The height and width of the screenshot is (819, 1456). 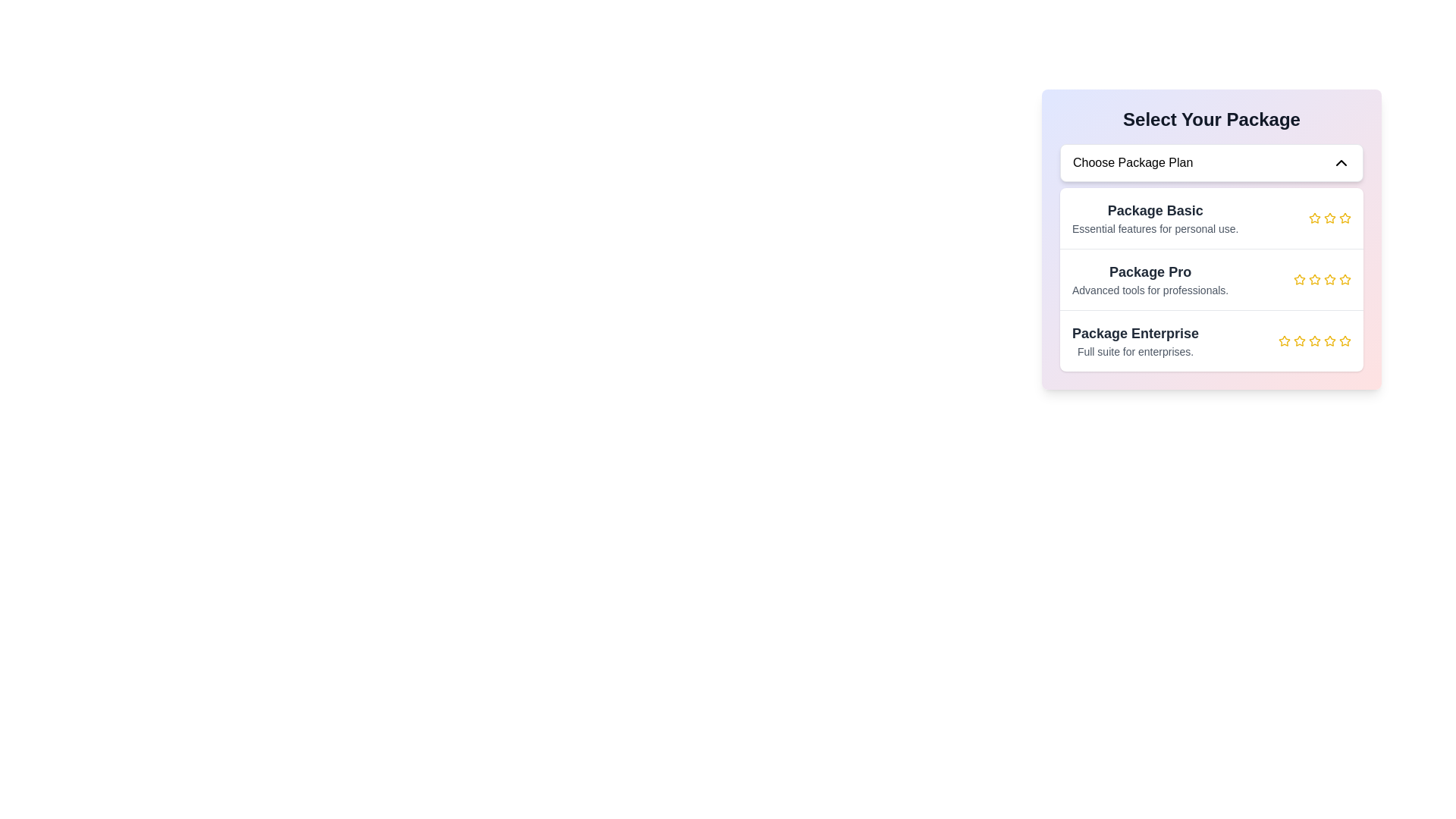 I want to click on the second yellow star icon from the left within the group of three stars in the 'Select Your Package' section for possible customizations, so click(x=1329, y=218).